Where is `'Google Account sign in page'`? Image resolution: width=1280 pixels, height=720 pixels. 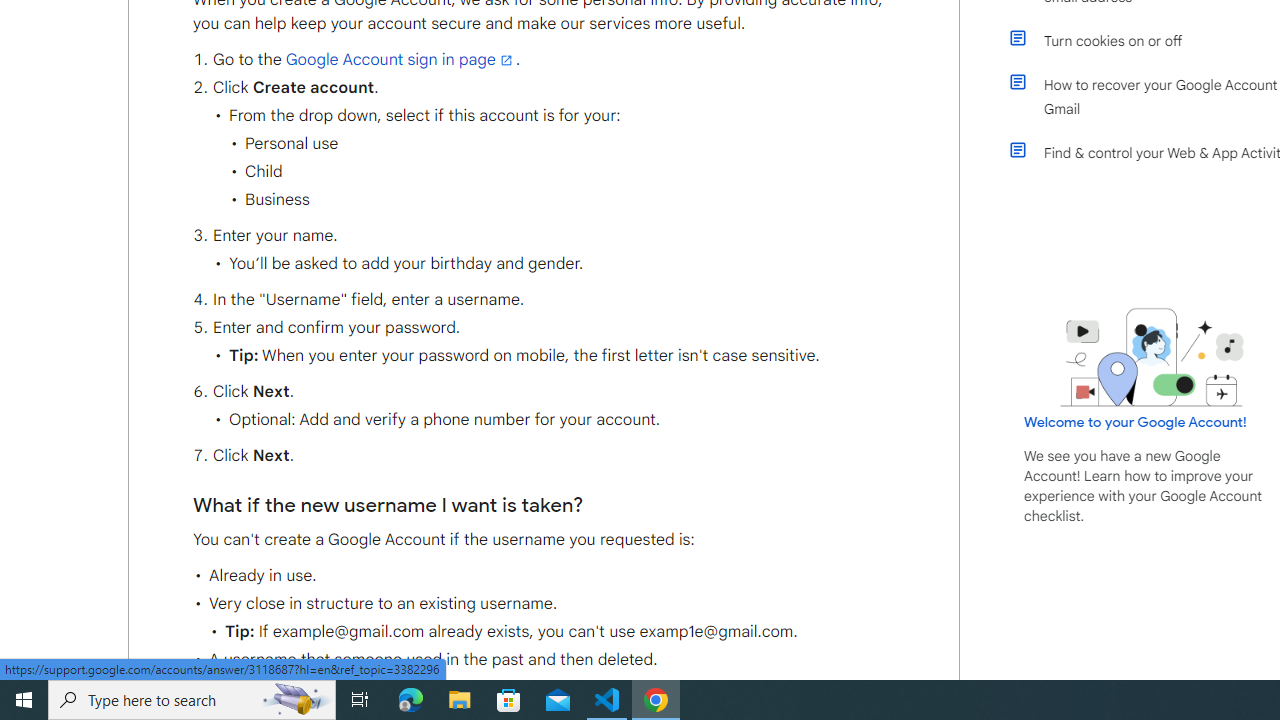 'Google Account sign in page' is located at coordinates (400, 58).